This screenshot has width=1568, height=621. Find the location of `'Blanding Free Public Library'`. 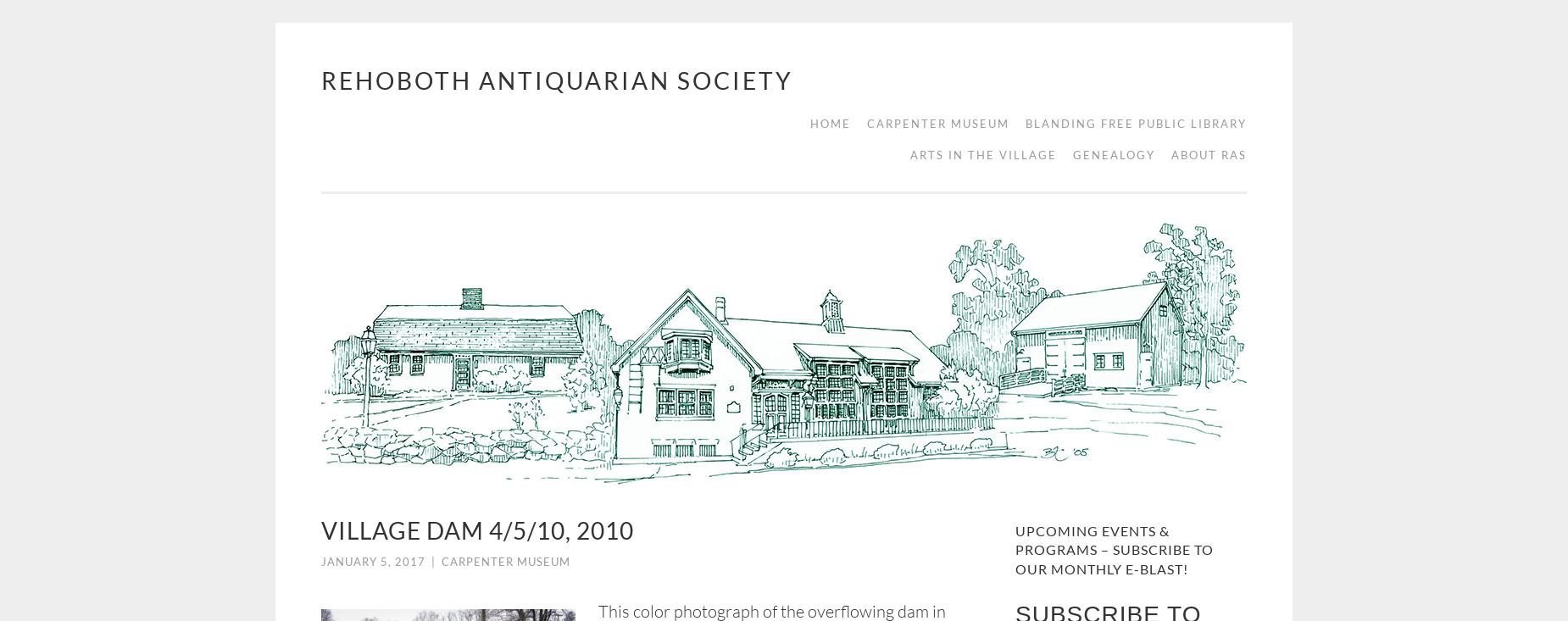

'Blanding Free Public Library' is located at coordinates (1135, 124).